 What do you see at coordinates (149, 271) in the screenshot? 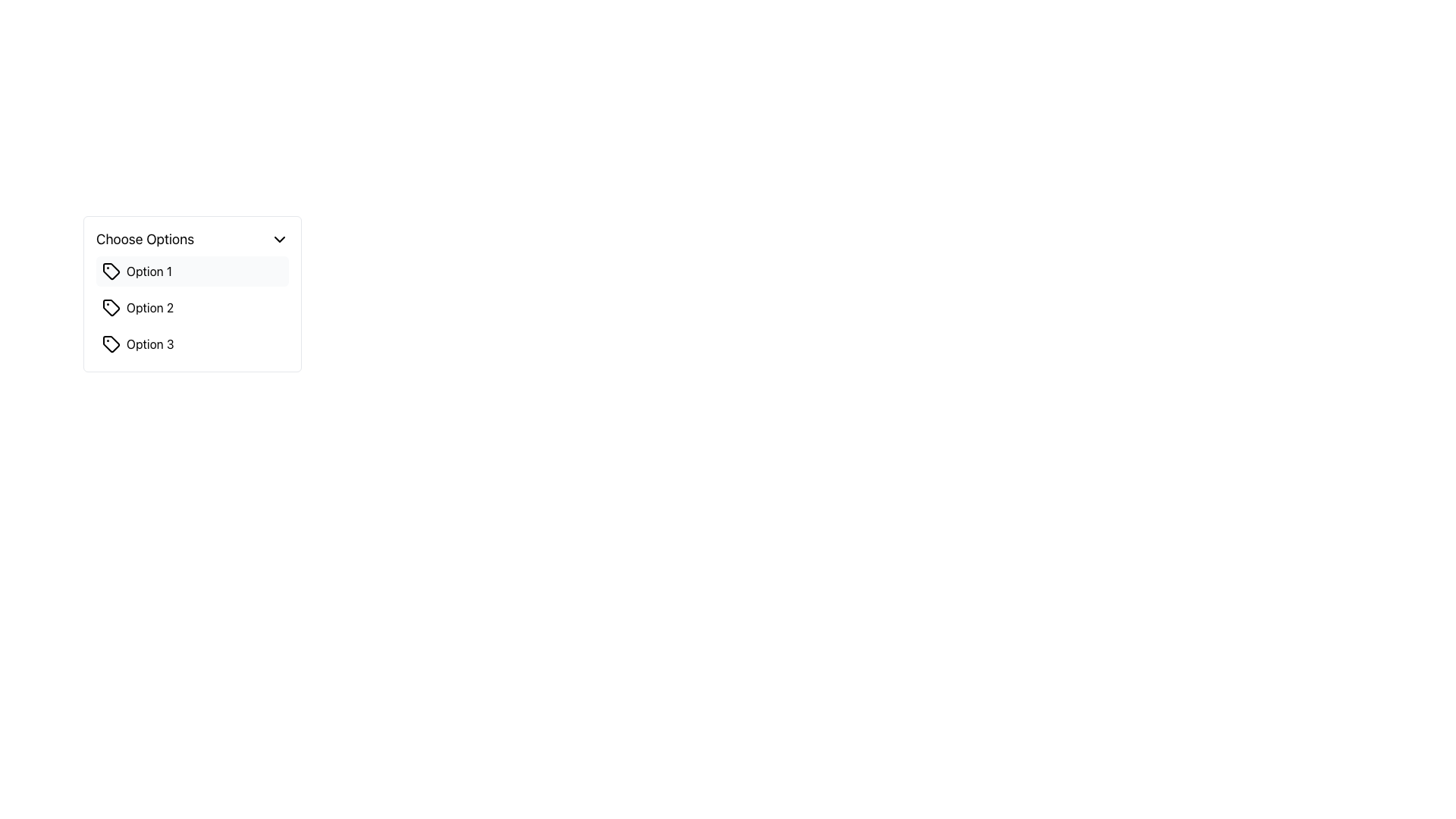
I see `the text label displaying 'Option 1'` at bounding box center [149, 271].